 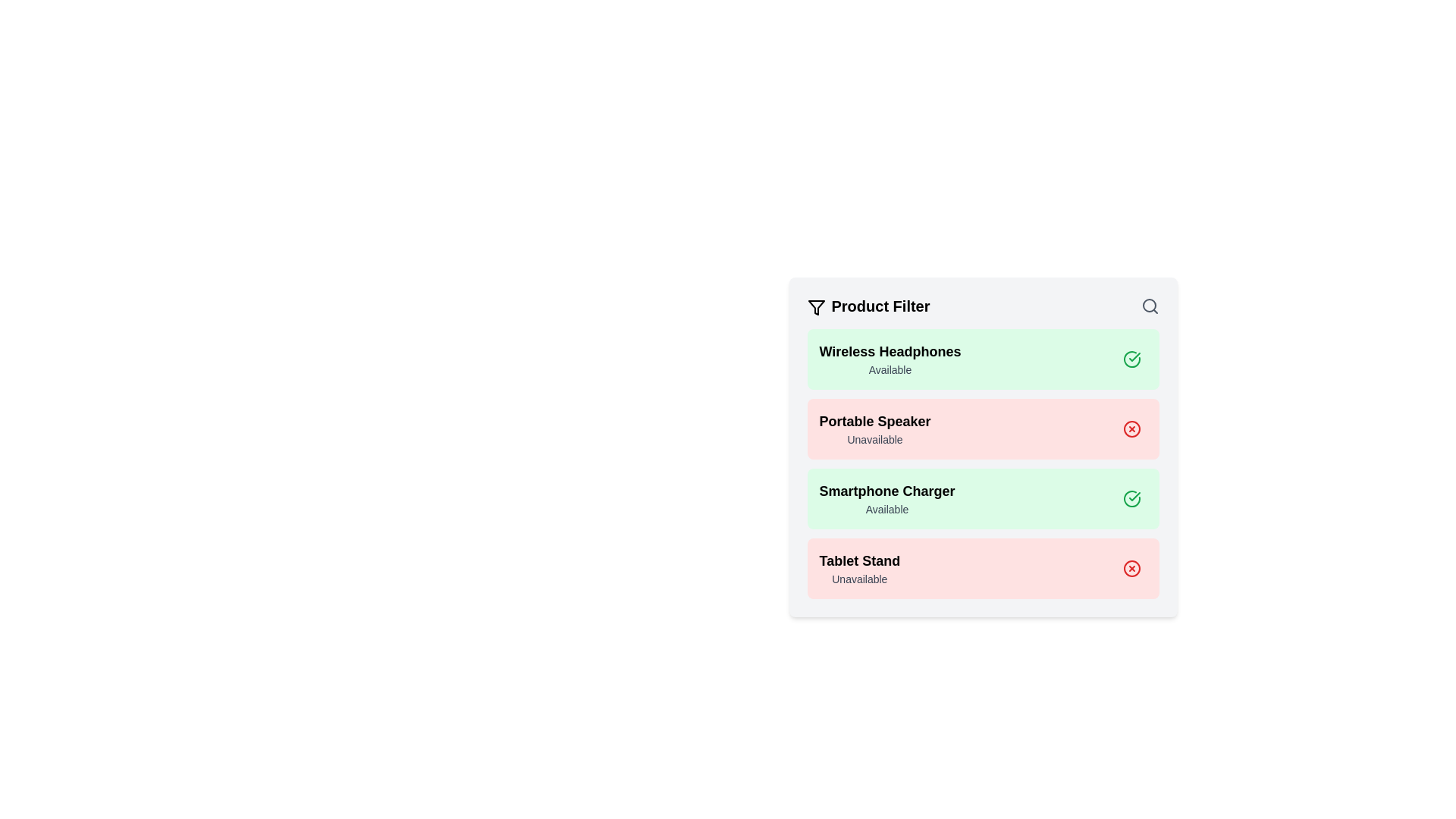 What do you see at coordinates (1131, 429) in the screenshot?
I see `the icon button indicating the unavailability of the 'Portable Speaker' item` at bounding box center [1131, 429].